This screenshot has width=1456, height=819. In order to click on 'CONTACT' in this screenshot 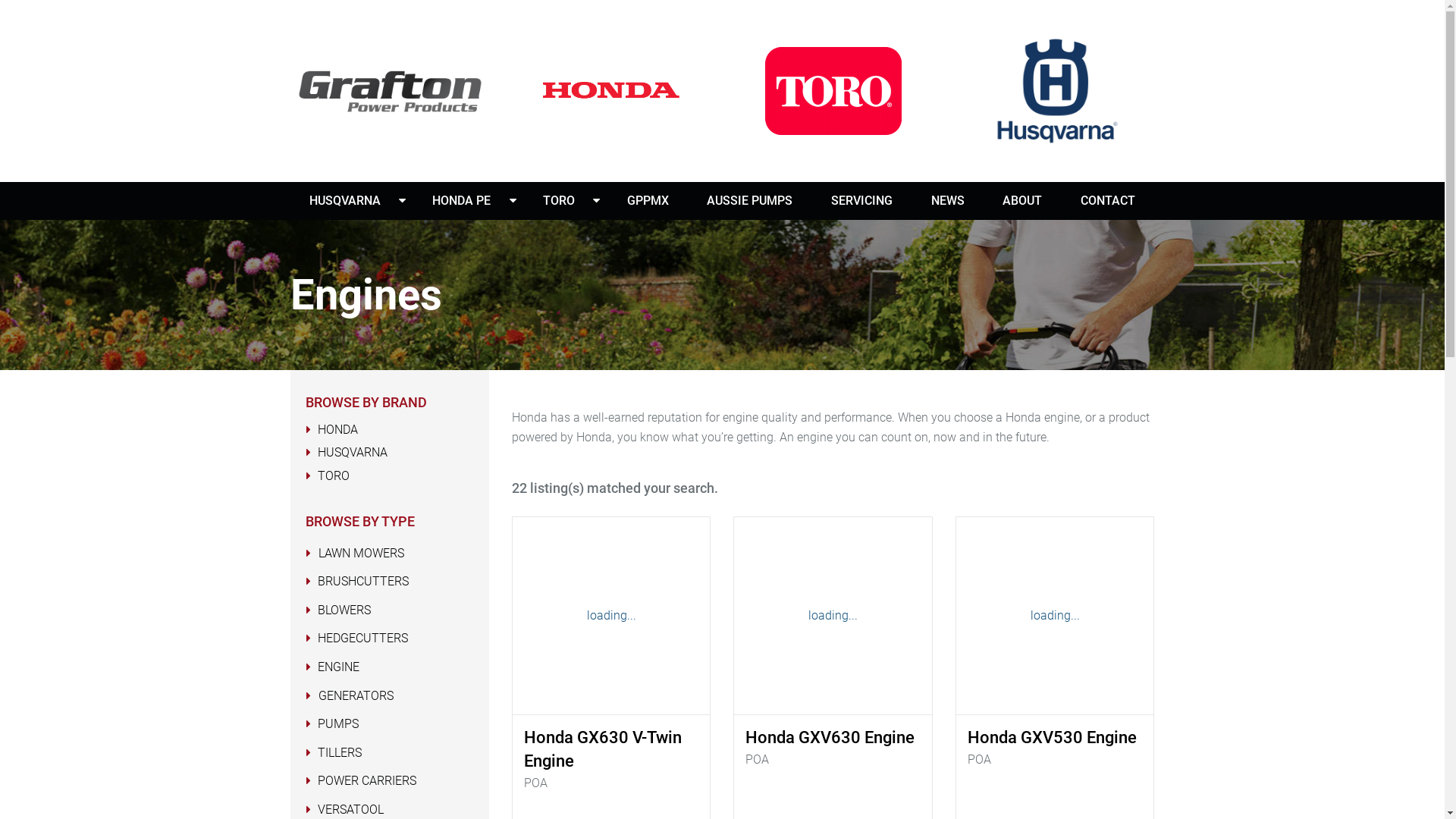, I will do `click(1107, 200)`.